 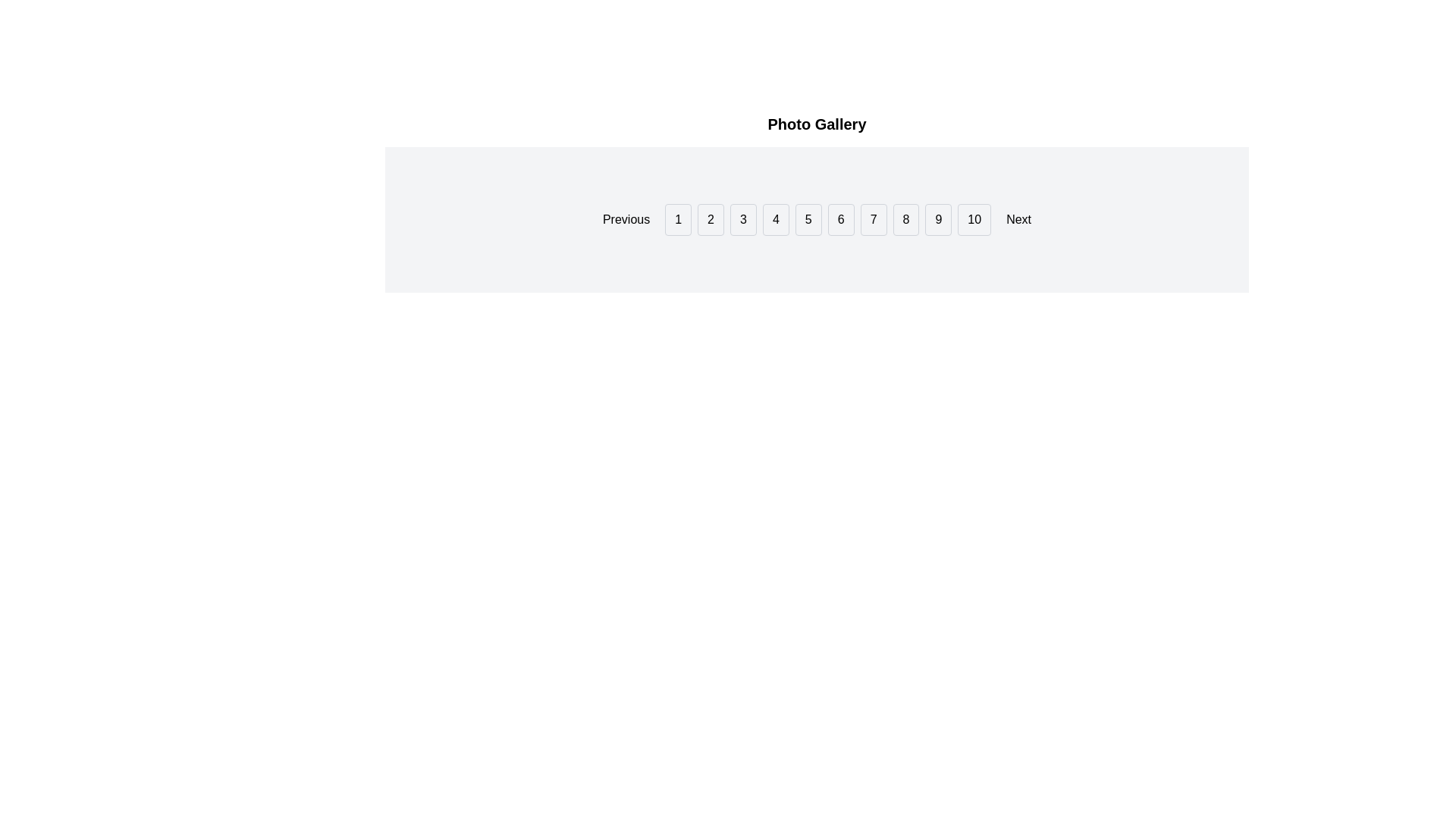 I want to click on the 'Previous' button located at the far left of the navigation bar, so click(x=626, y=219).